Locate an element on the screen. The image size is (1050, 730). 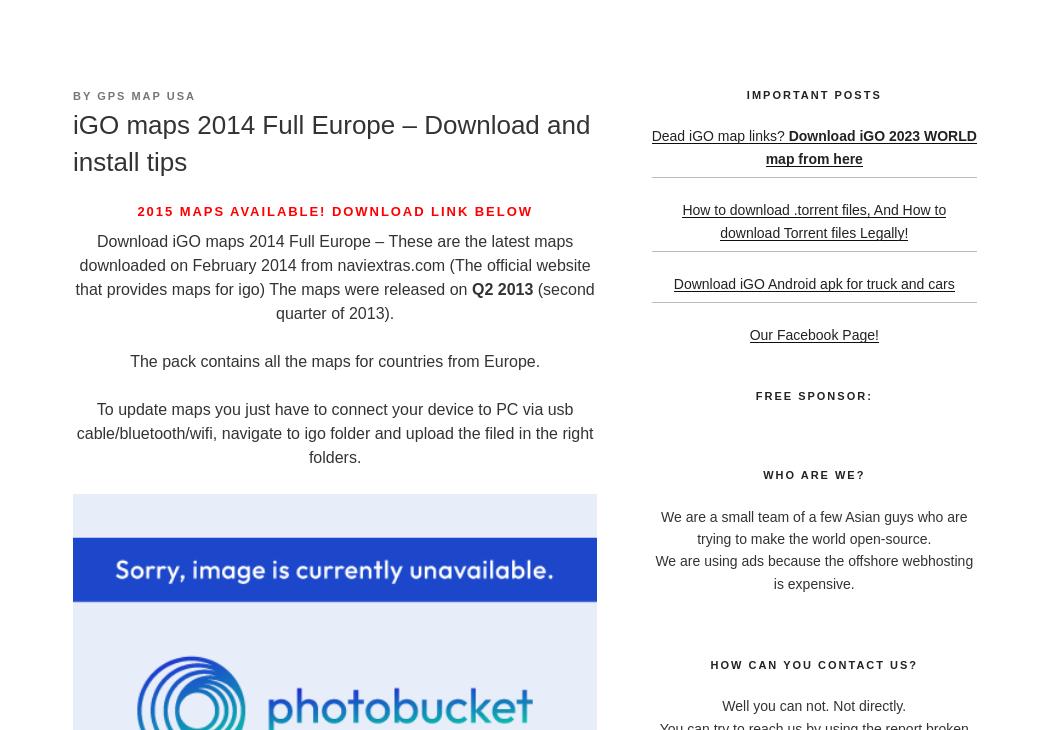
'2015 Maps available! Download link below' is located at coordinates (136, 210).